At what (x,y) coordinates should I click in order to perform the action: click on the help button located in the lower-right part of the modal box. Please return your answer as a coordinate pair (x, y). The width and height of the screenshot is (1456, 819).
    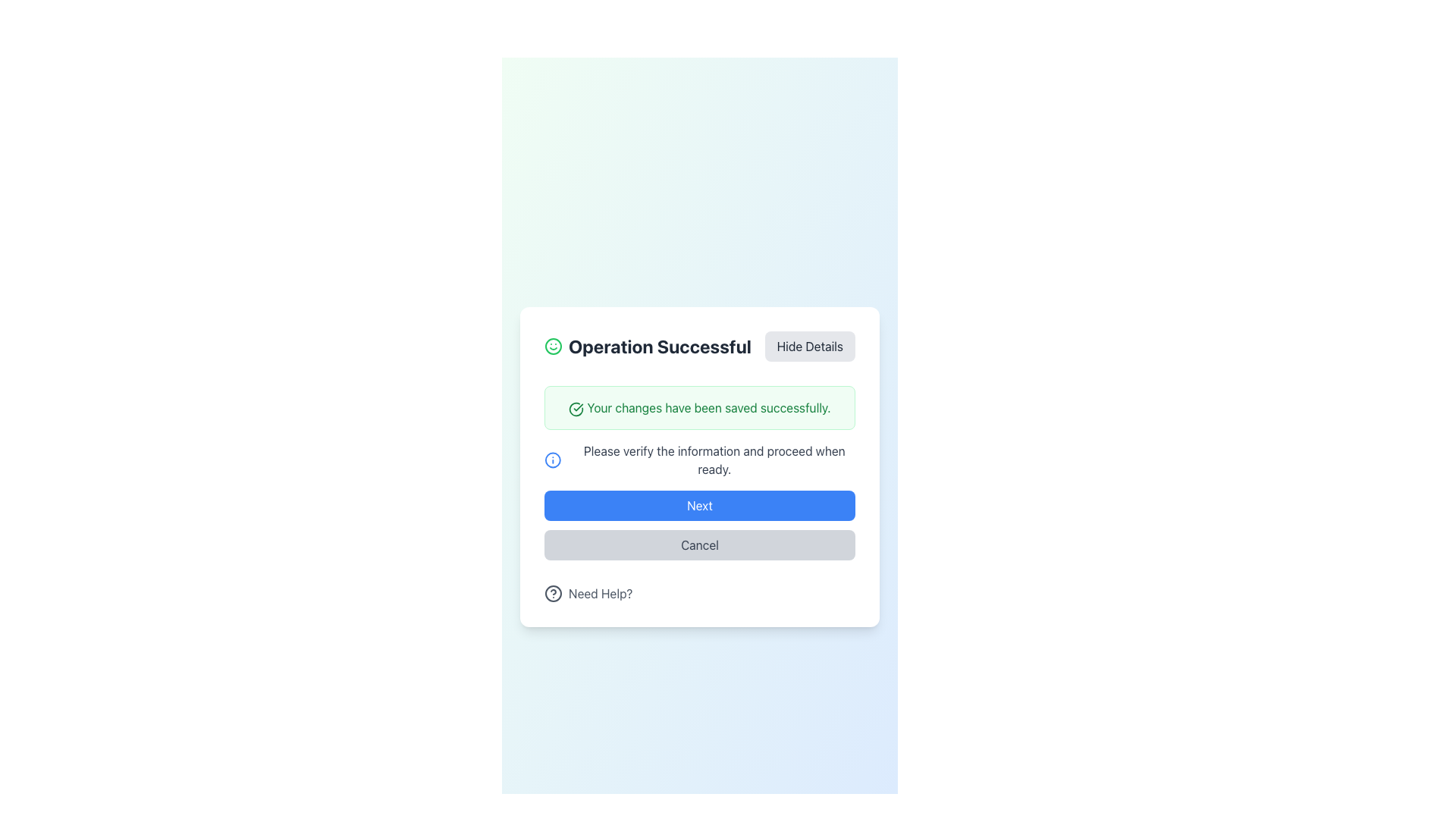
    Looking at the image, I should click on (588, 593).